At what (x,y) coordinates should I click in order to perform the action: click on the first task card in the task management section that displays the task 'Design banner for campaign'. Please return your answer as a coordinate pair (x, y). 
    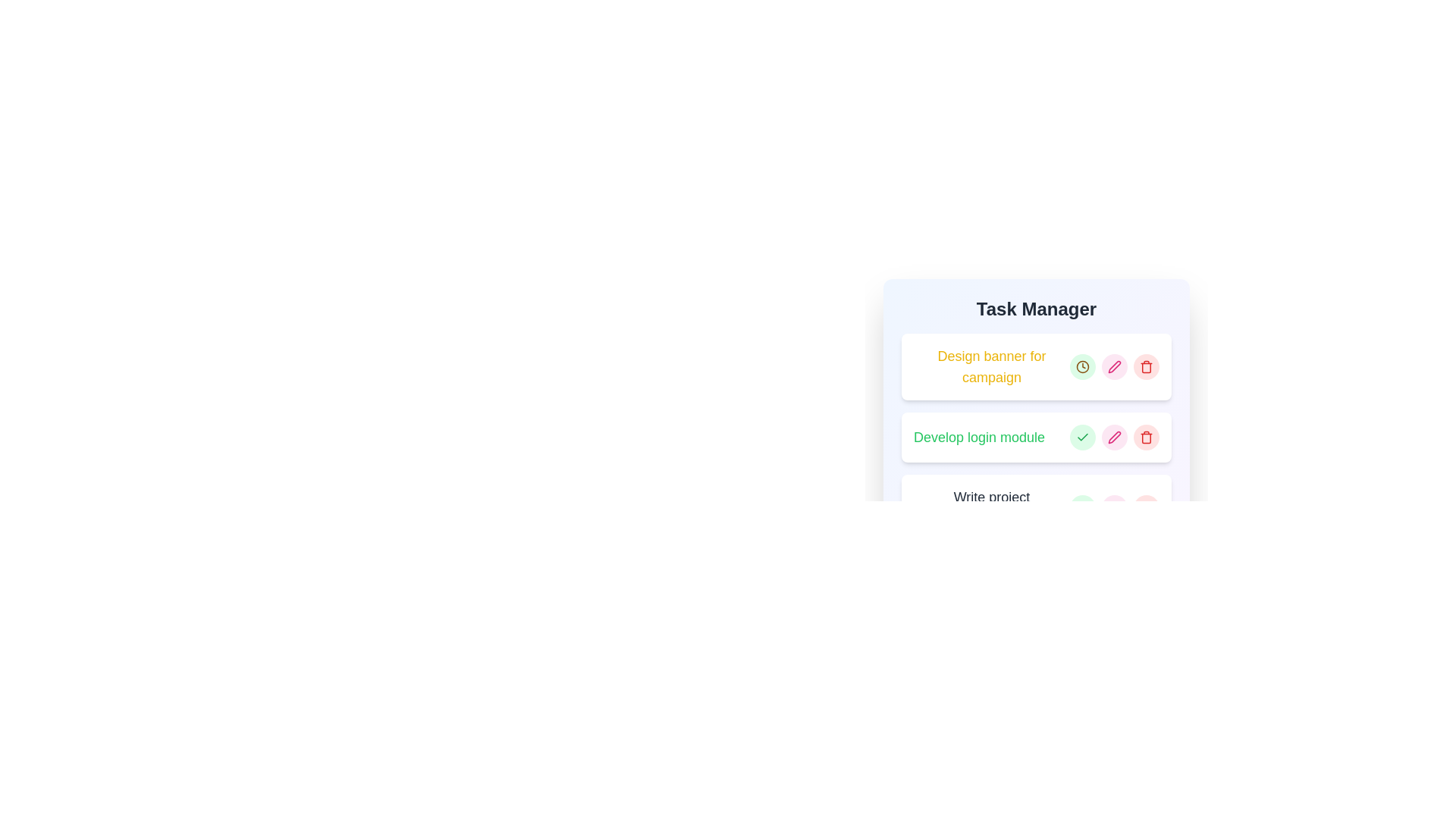
    Looking at the image, I should click on (1036, 369).